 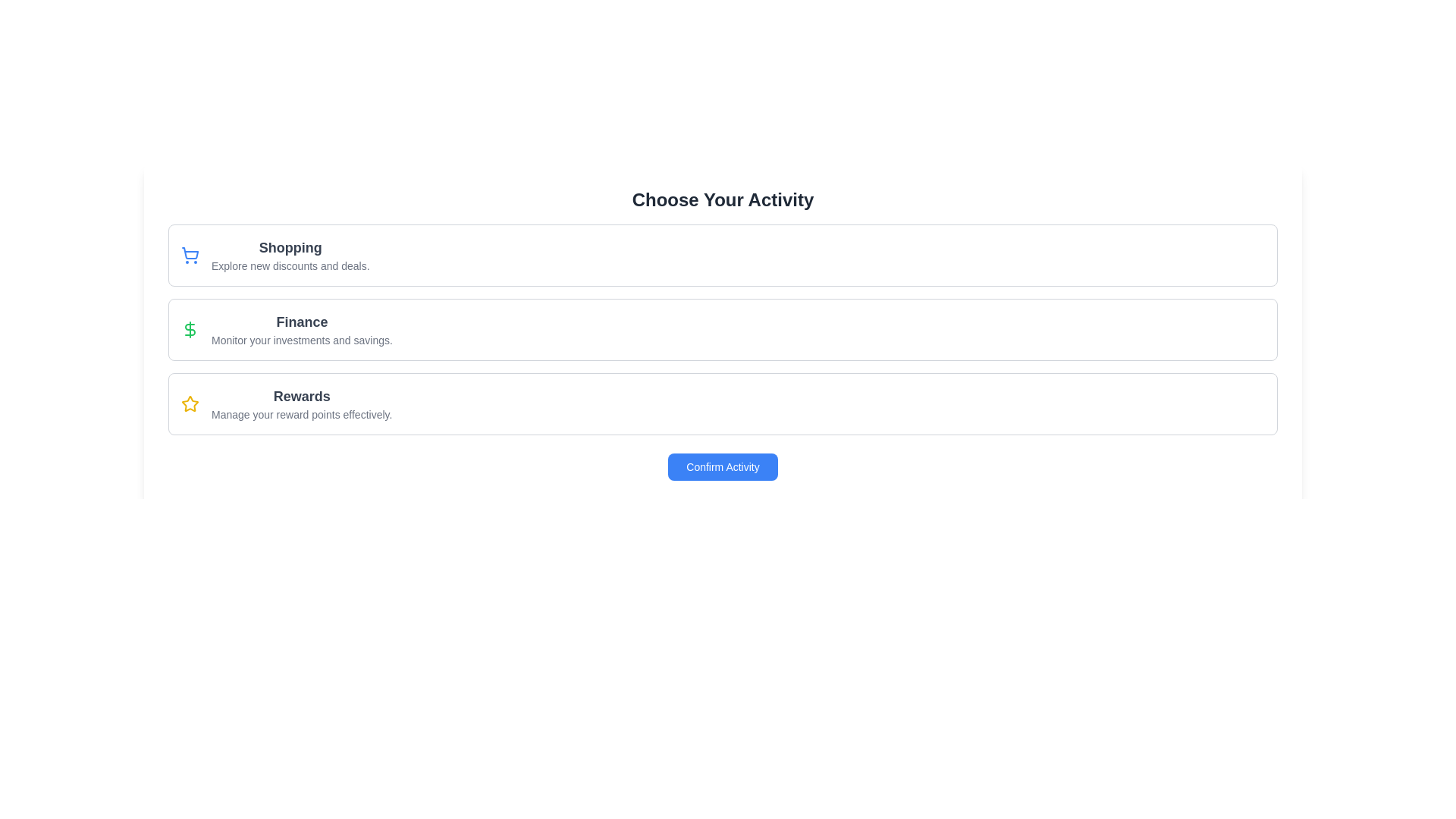 I want to click on the descriptive subtitle text located immediately below the 'Rewards' header in the third section of activity options, so click(x=302, y=415).